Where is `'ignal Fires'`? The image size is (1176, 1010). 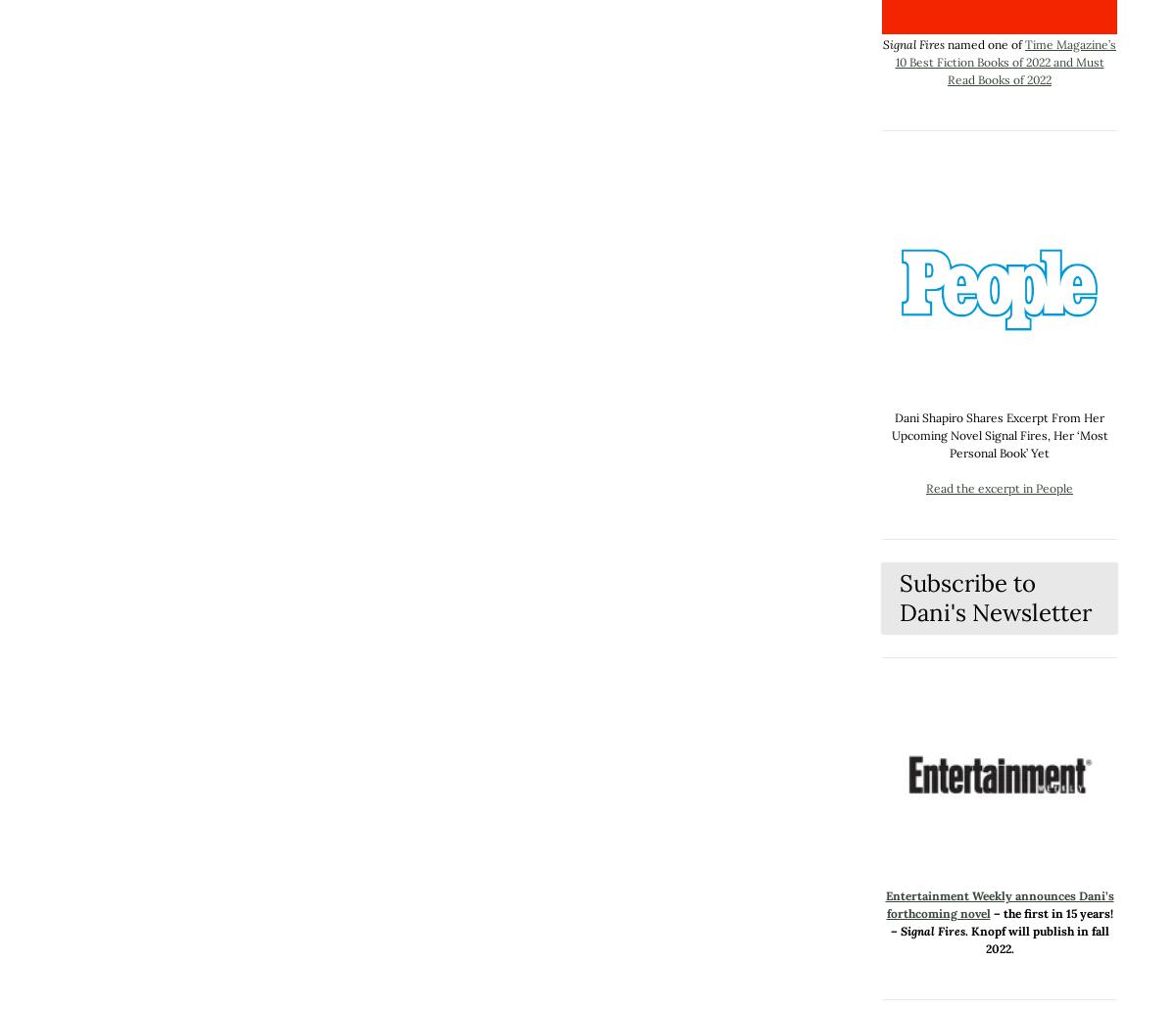
'ignal Fires' is located at coordinates (935, 930).